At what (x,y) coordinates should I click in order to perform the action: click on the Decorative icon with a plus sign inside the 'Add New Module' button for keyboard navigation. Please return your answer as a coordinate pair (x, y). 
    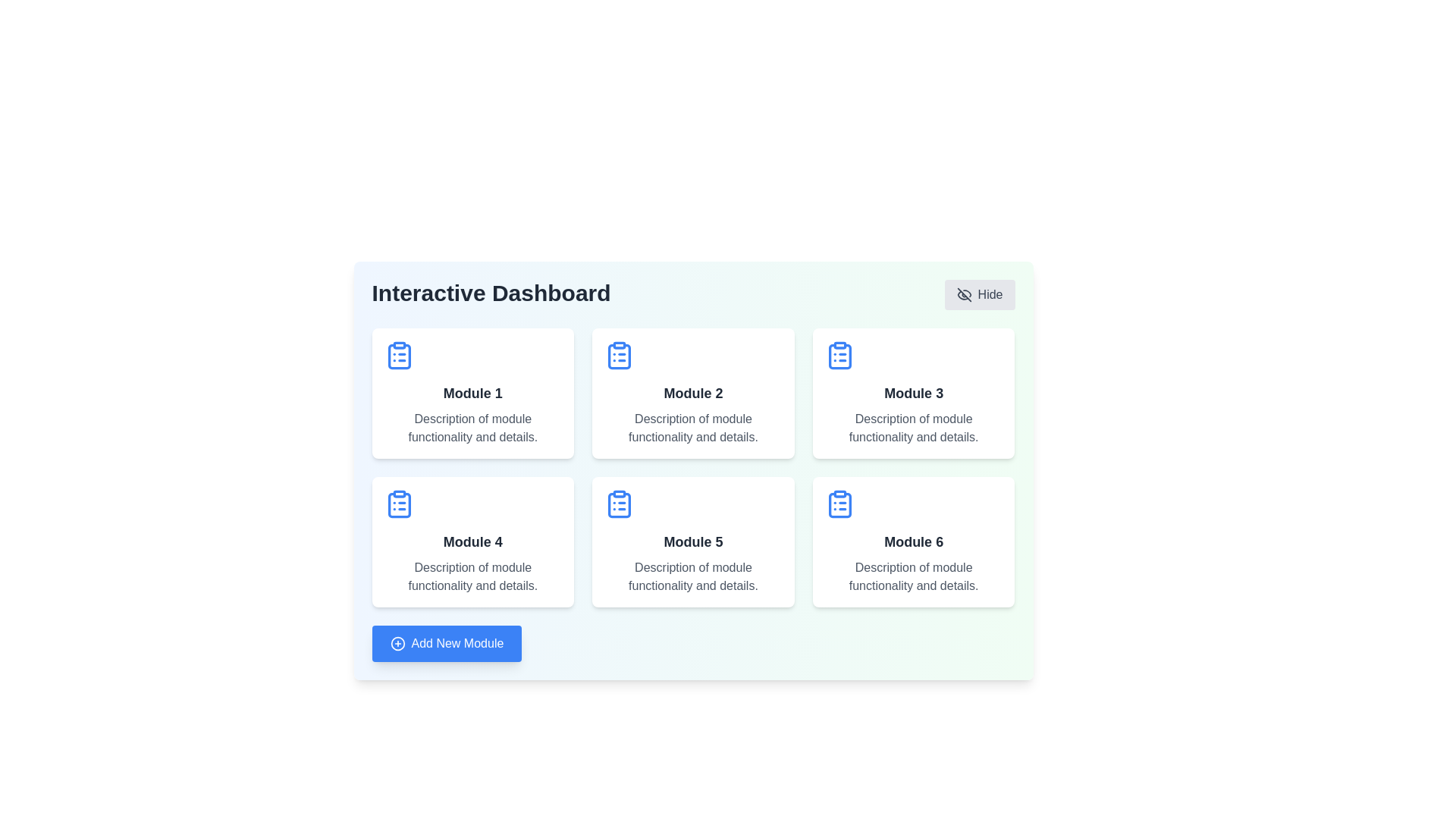
    Looking at the image, I should click on (397, 643).